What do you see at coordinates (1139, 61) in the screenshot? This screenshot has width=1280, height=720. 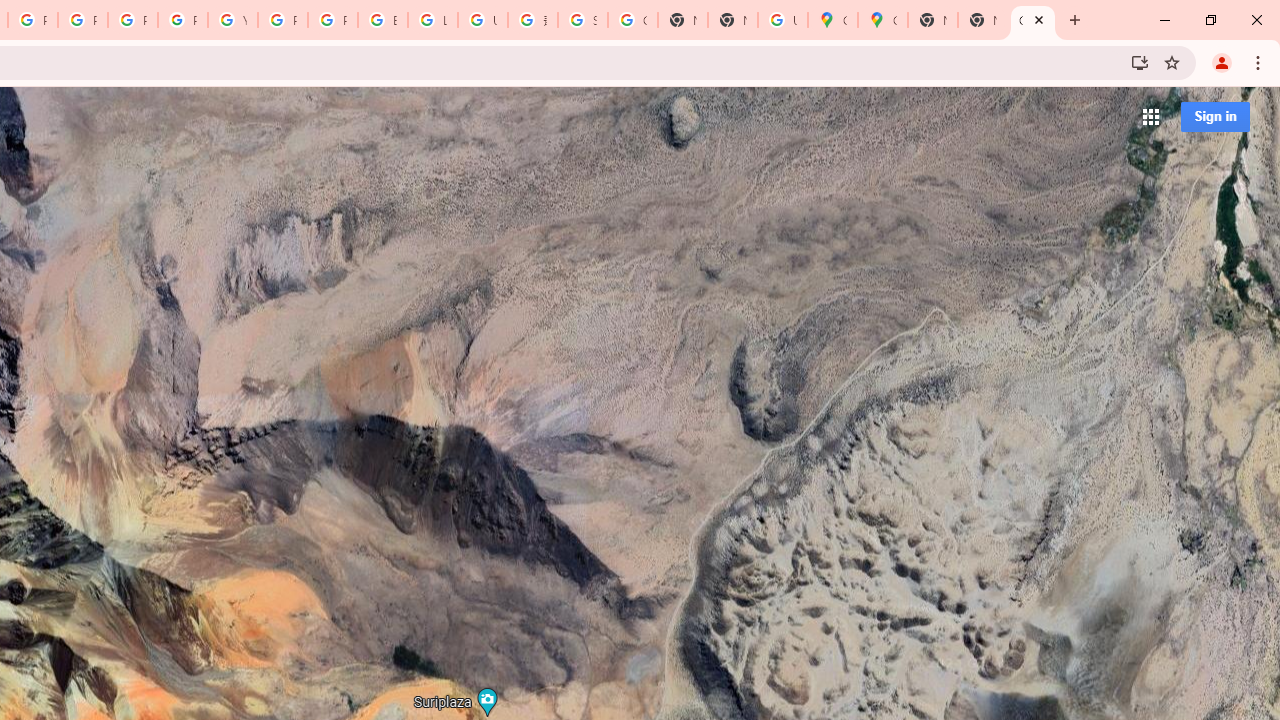 I see `'Install Google Maps'` at bounding box center [1139, 61].